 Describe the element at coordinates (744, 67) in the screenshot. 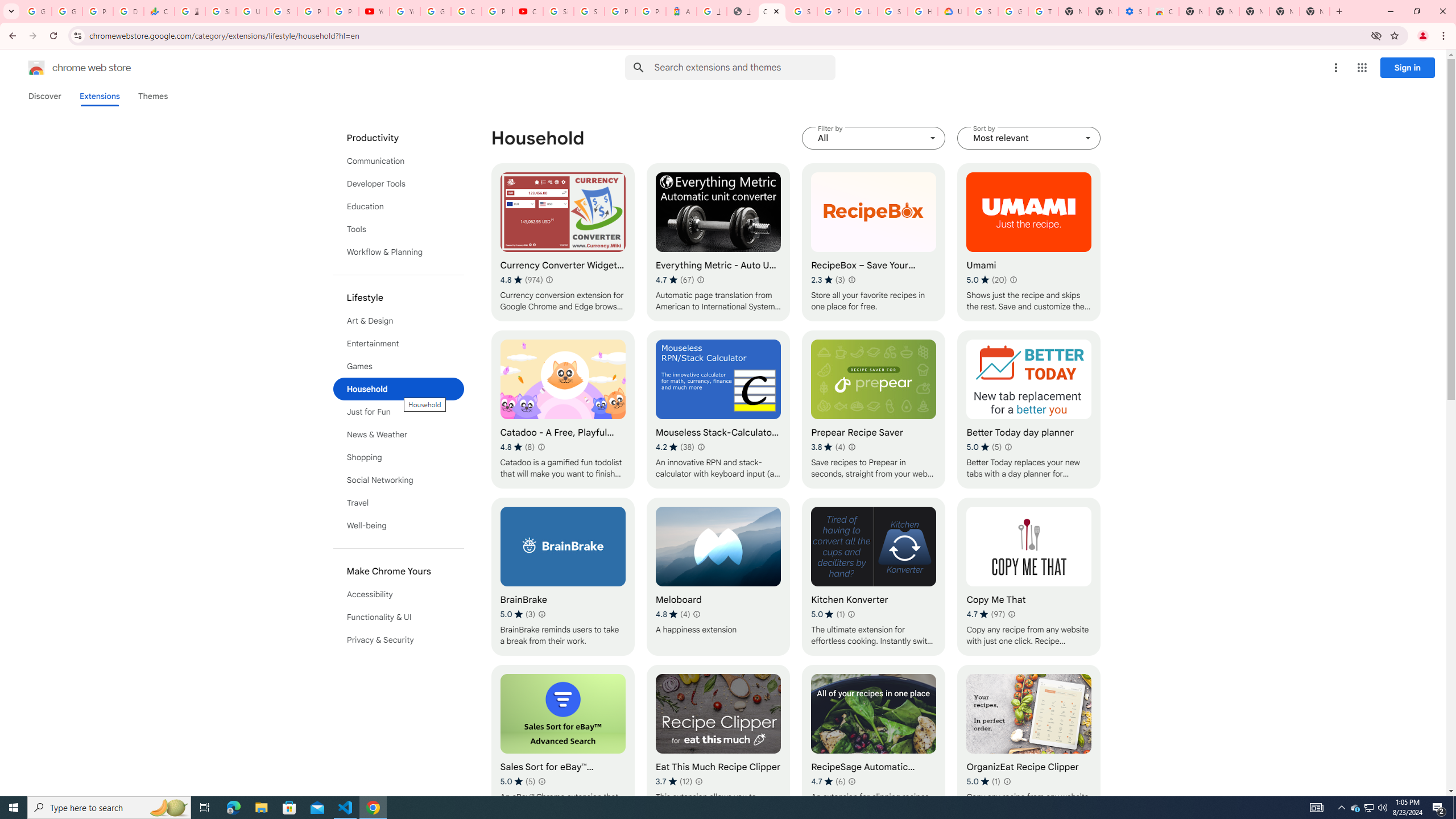

I see `'Search input'` at that location.